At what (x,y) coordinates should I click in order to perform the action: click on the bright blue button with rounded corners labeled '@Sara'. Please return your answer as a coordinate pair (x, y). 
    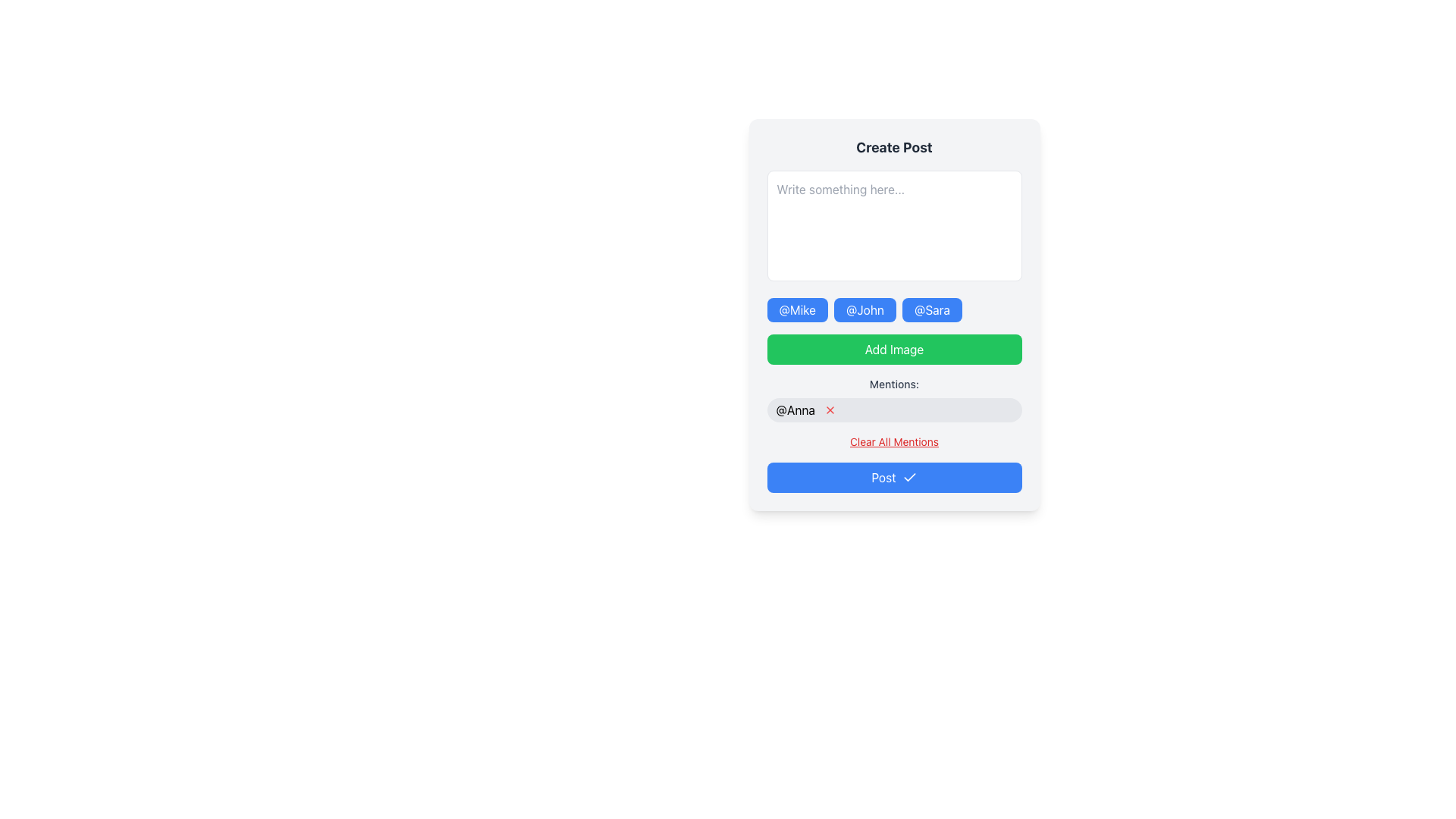
    Looking at the image, I should click on (931, 309).